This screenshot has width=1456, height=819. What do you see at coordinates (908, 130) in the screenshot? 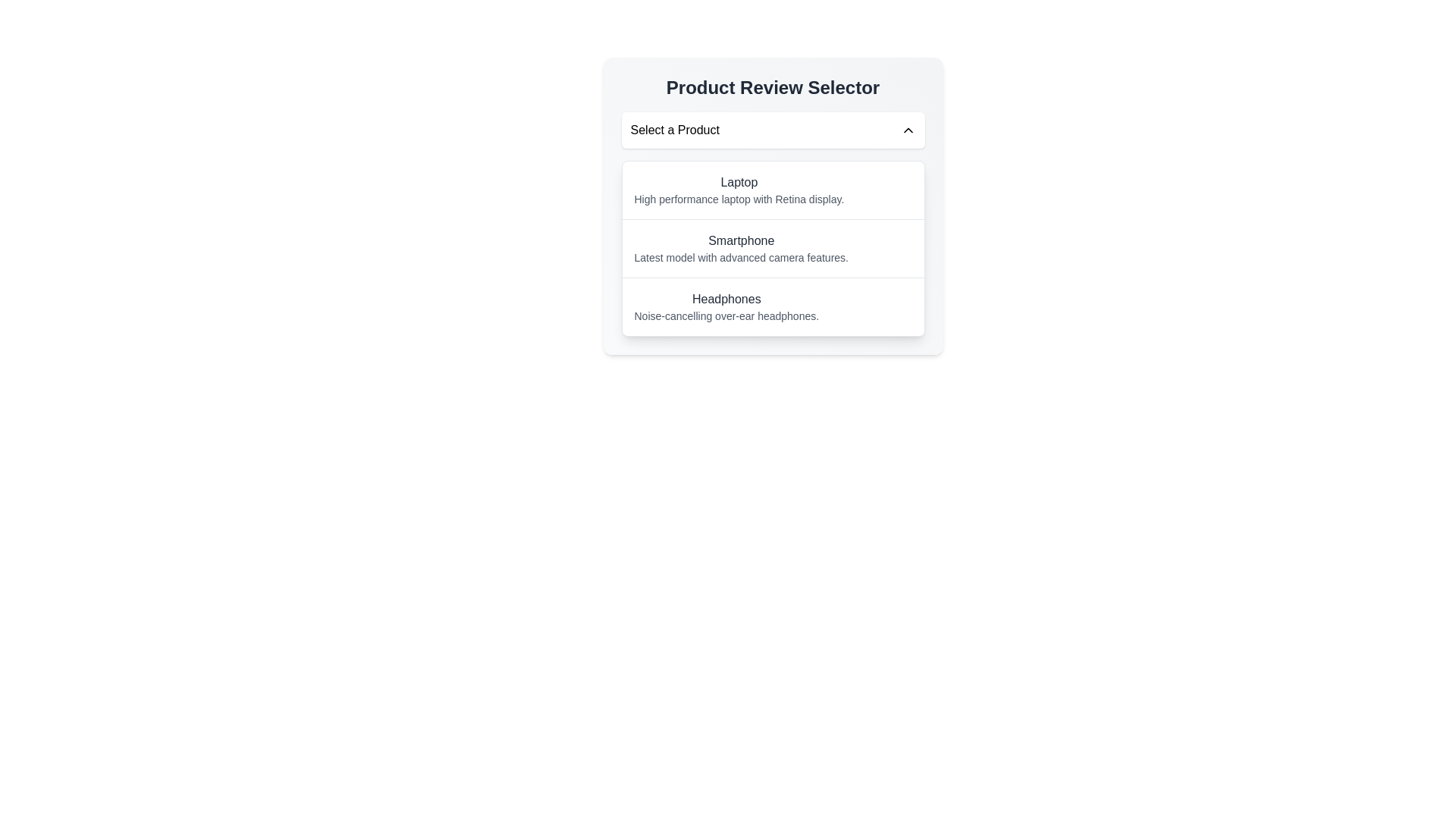
I see `the downward-pointing chevron icon next to the 'Select a Product' text` at bounding box center [908, 130].